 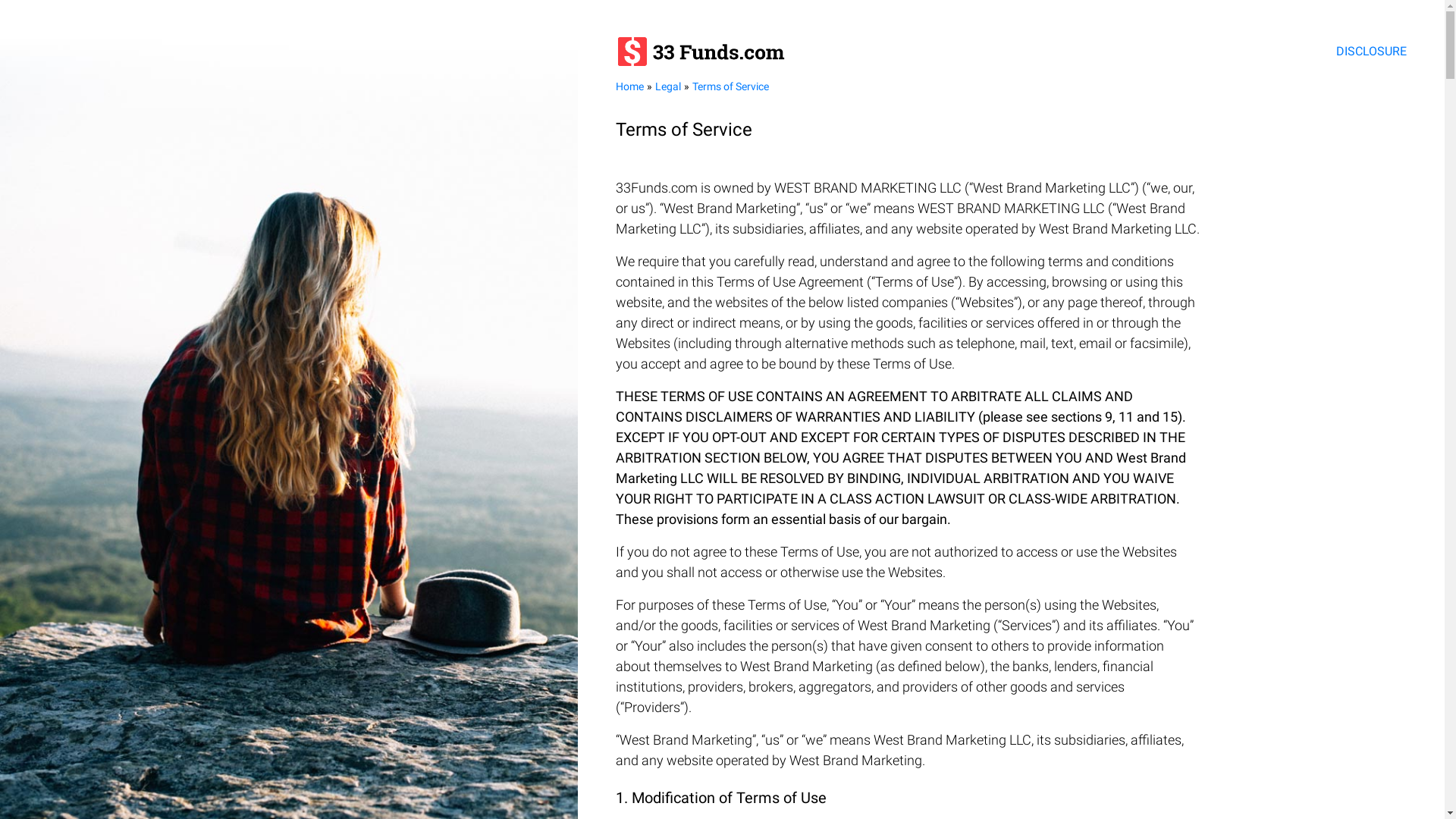 What do you see at coordinates (629, 86) in the screenshot?
I see `'Home'` at bounding box center [629, 86].